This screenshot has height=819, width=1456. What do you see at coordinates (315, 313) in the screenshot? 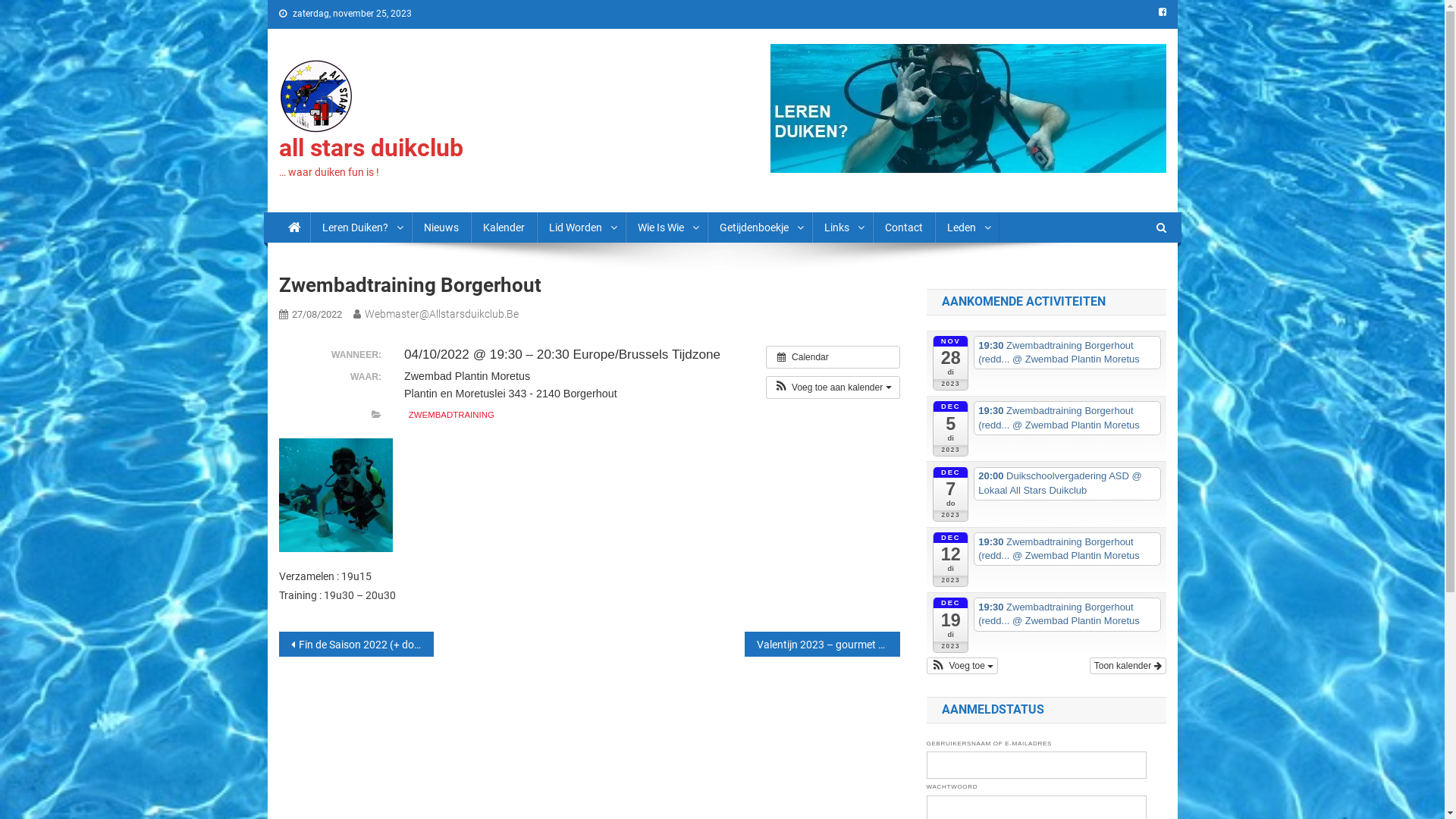
I see `'27/08/2022'` at bounding box center [315, 313].